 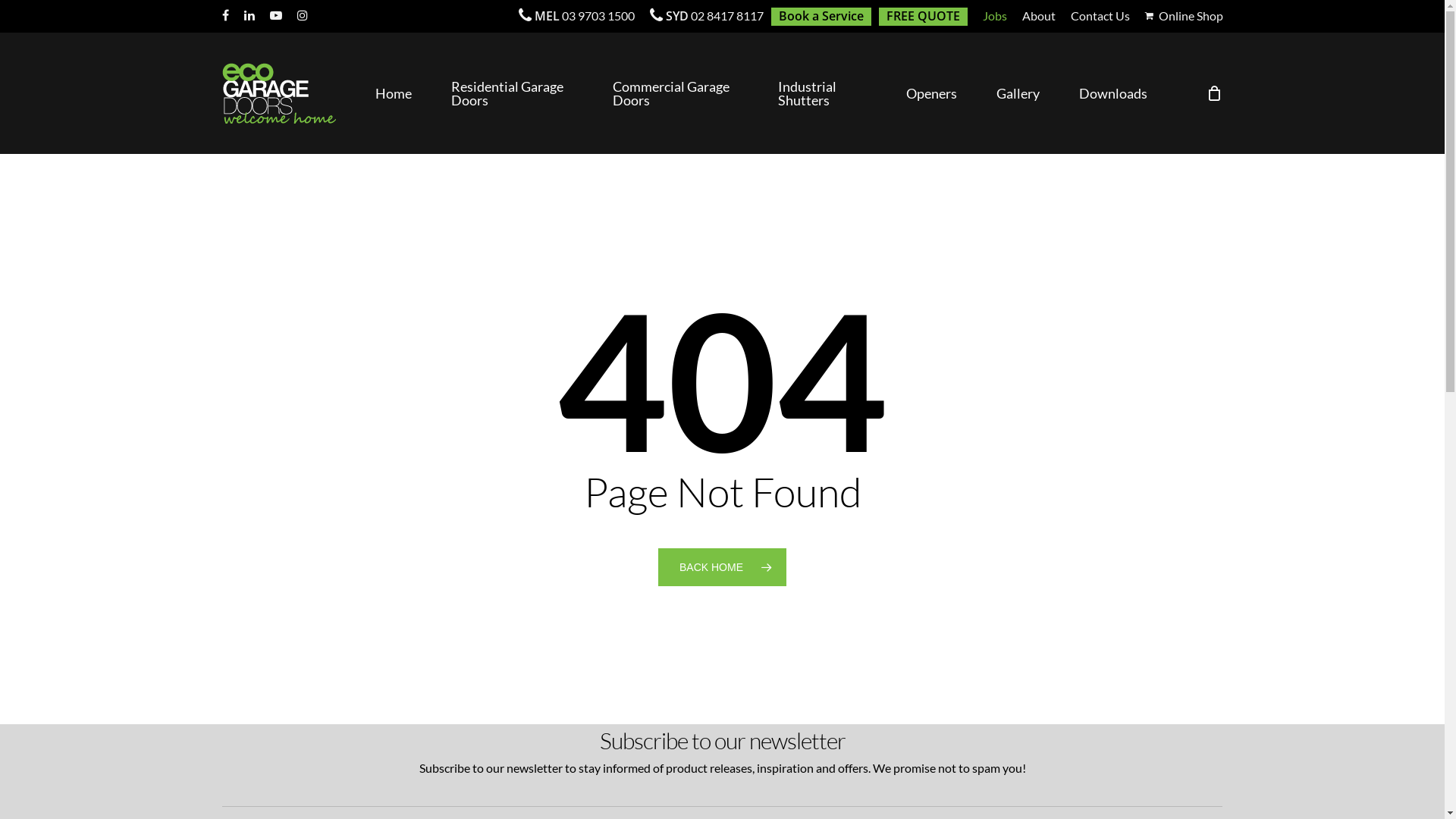 I want to click on 'Commercial Garage Doors', so click(x=612, y=93).